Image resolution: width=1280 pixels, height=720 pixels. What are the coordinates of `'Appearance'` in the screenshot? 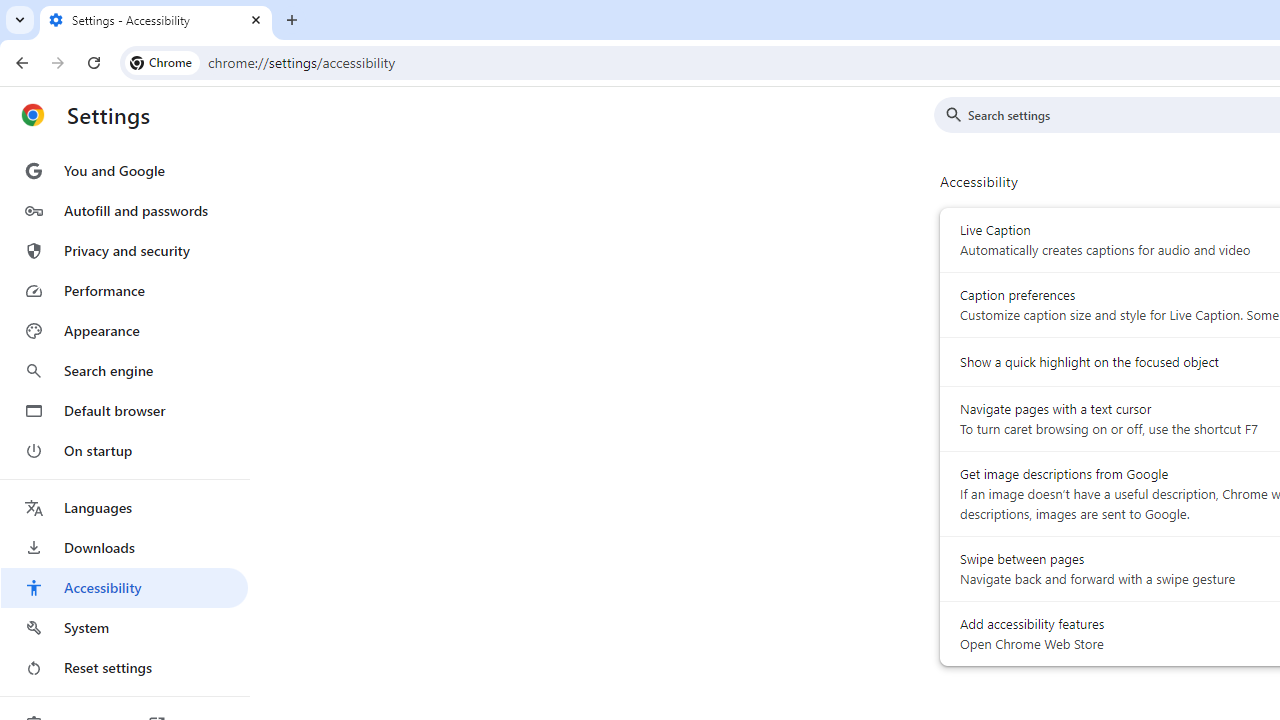 It's located at (123, 330).